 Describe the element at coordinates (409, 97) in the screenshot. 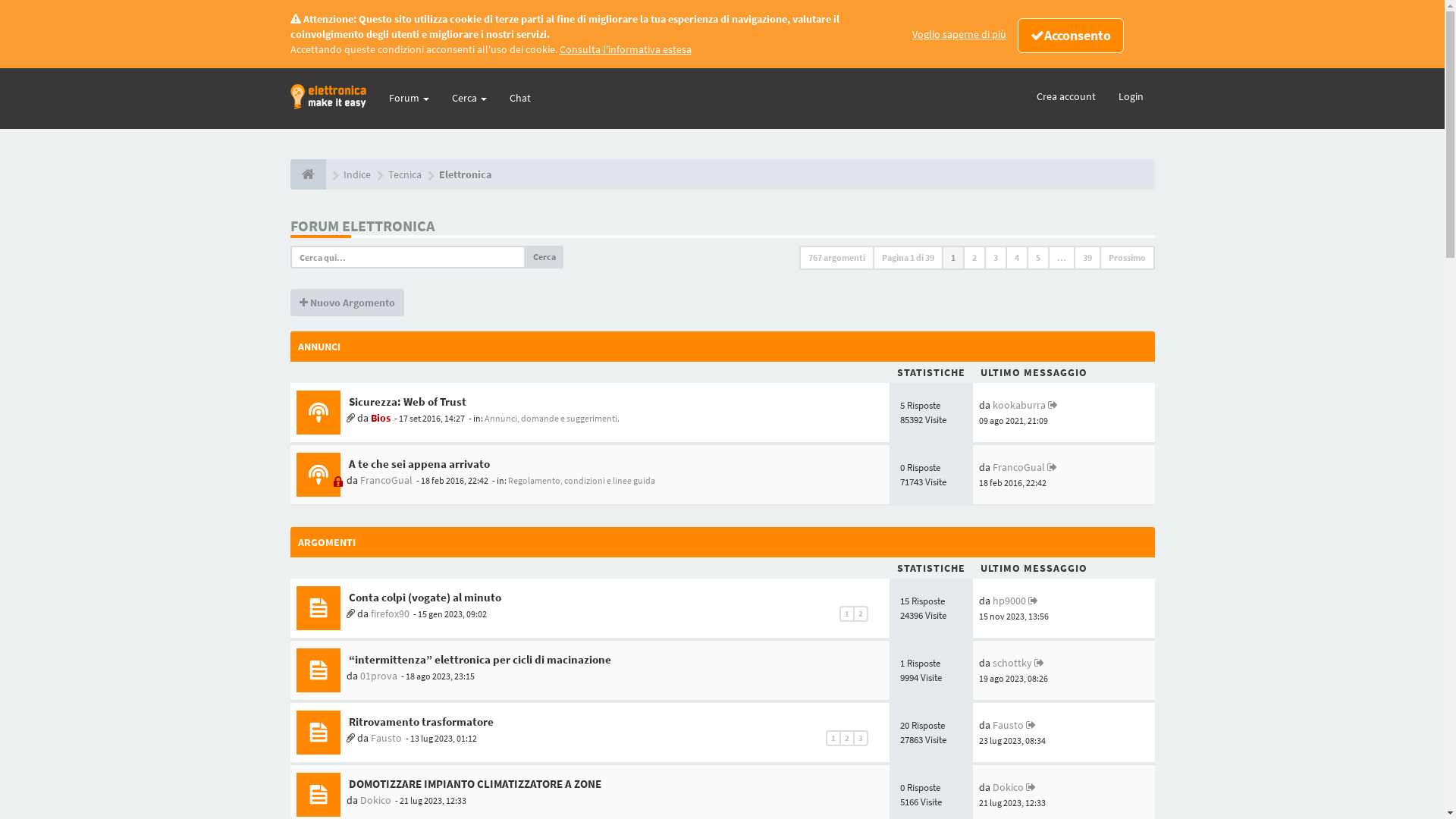

I see `'Forum '` at that location.